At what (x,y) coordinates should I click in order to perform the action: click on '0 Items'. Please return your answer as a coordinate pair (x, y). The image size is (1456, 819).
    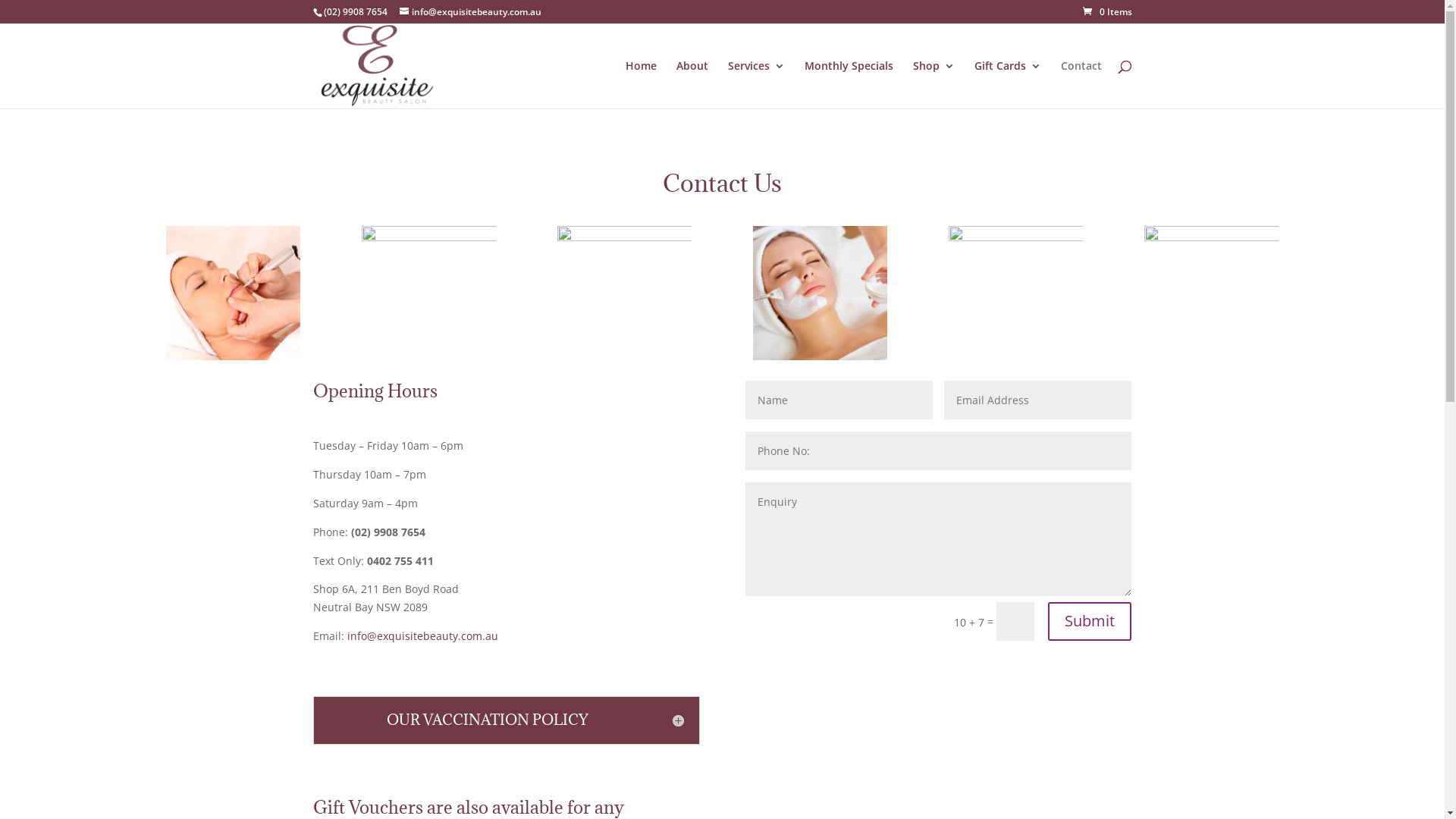
    Looking at the image, I should click on (1107, 11).